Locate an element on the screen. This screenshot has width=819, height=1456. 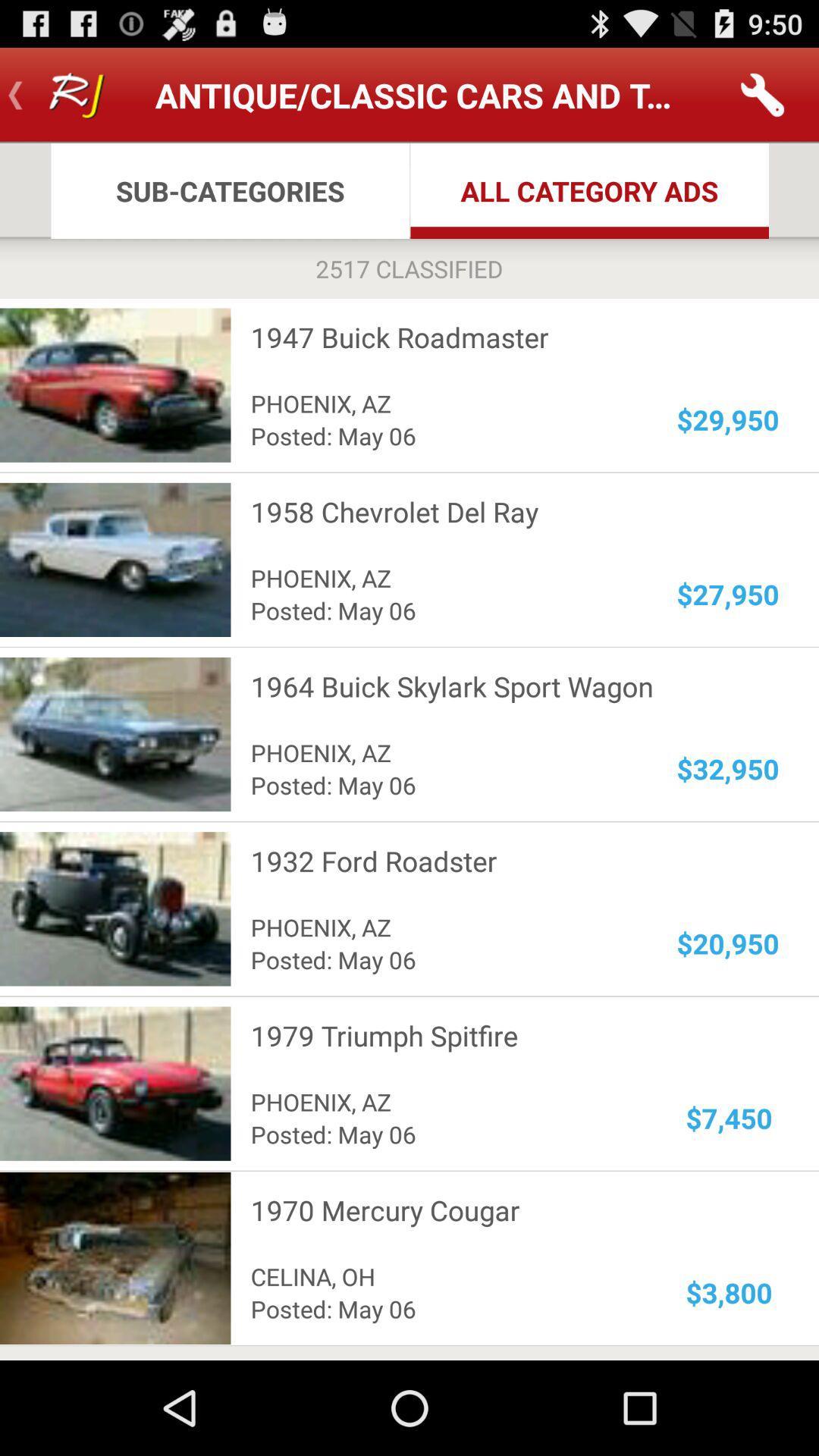
app above all category ads icon is located at coordinates (763, 94).